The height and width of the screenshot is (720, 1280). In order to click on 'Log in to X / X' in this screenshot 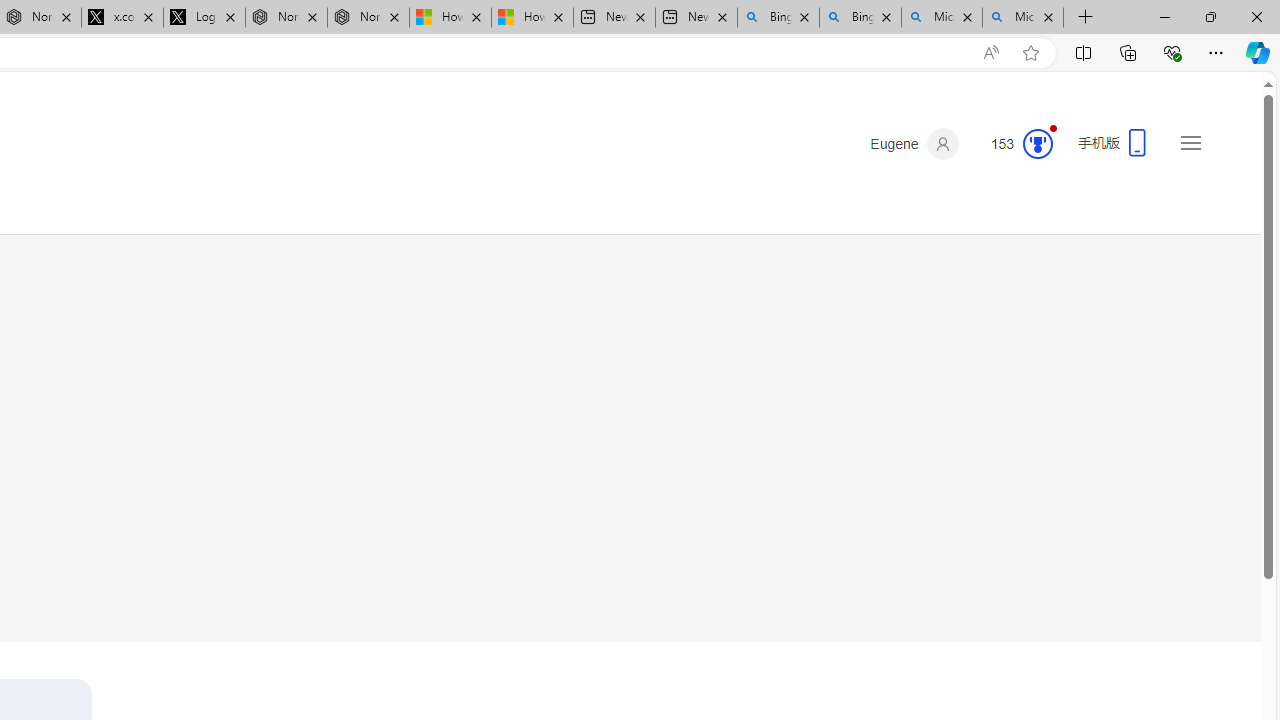, I will do `click(204, 17)`.